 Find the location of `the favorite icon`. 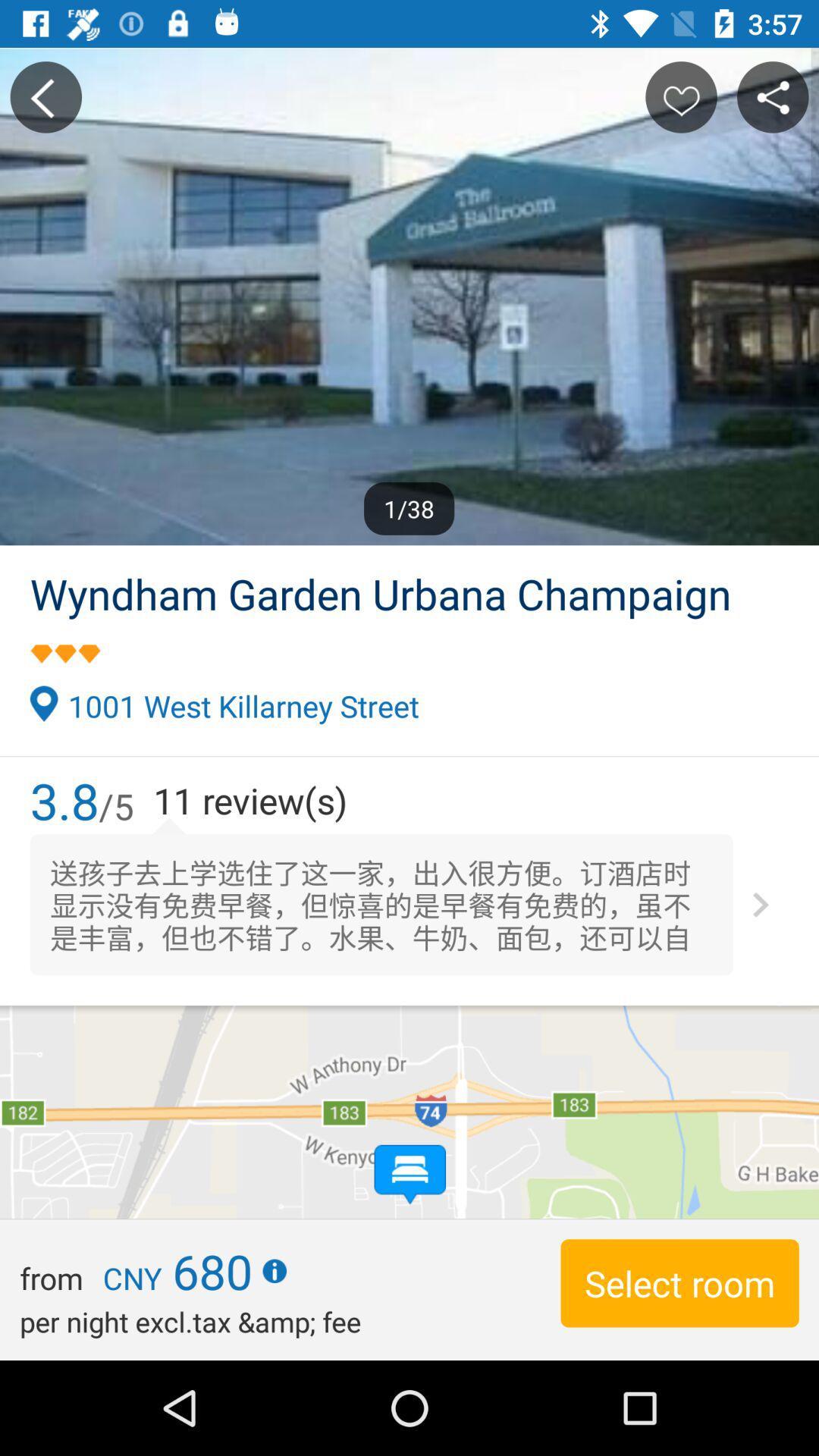

the favorite icon is located at coordinates (680, 96).